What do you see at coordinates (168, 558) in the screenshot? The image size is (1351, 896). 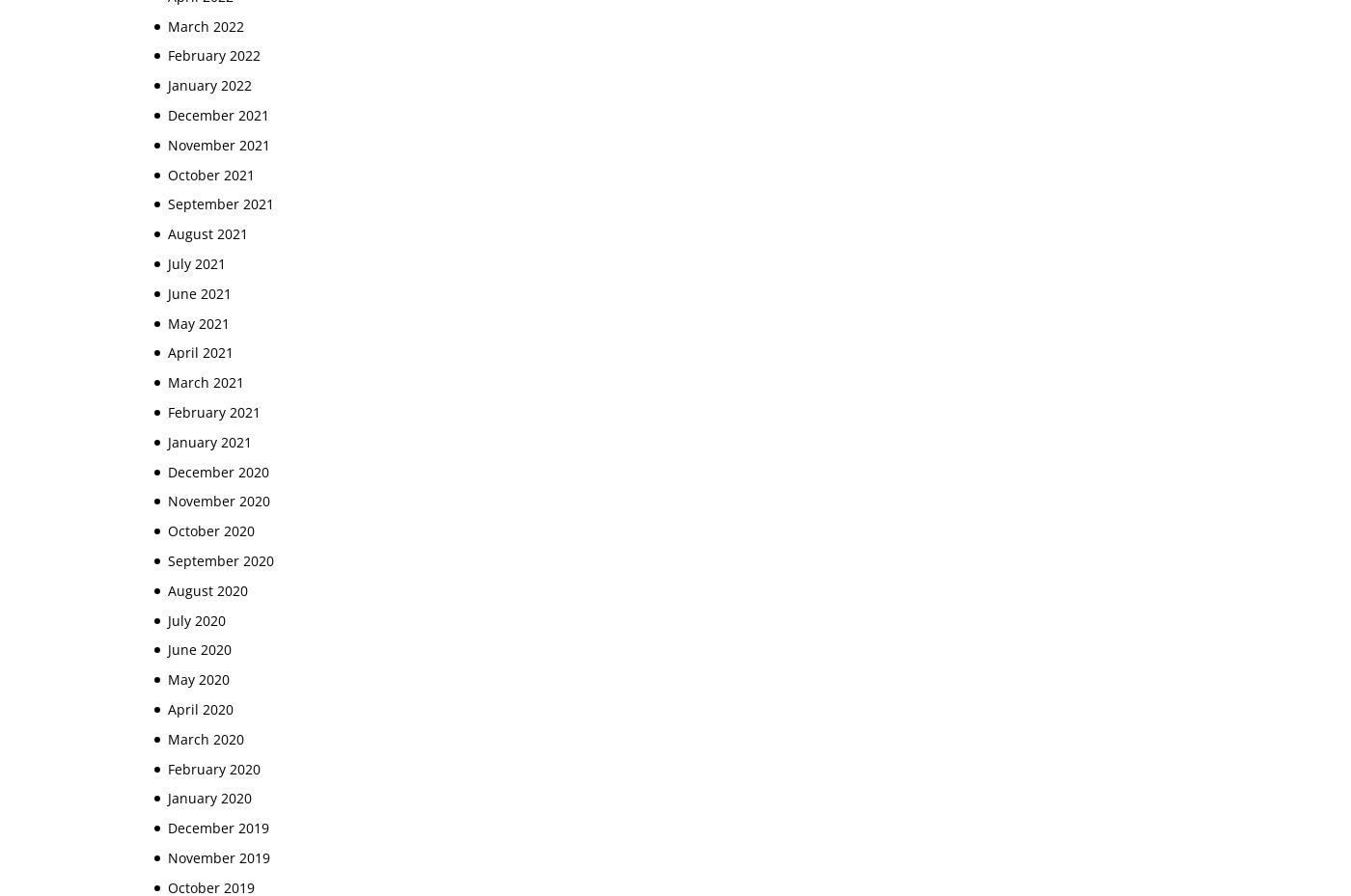 I see `'September 2020'` at bounding box center [168, 558].